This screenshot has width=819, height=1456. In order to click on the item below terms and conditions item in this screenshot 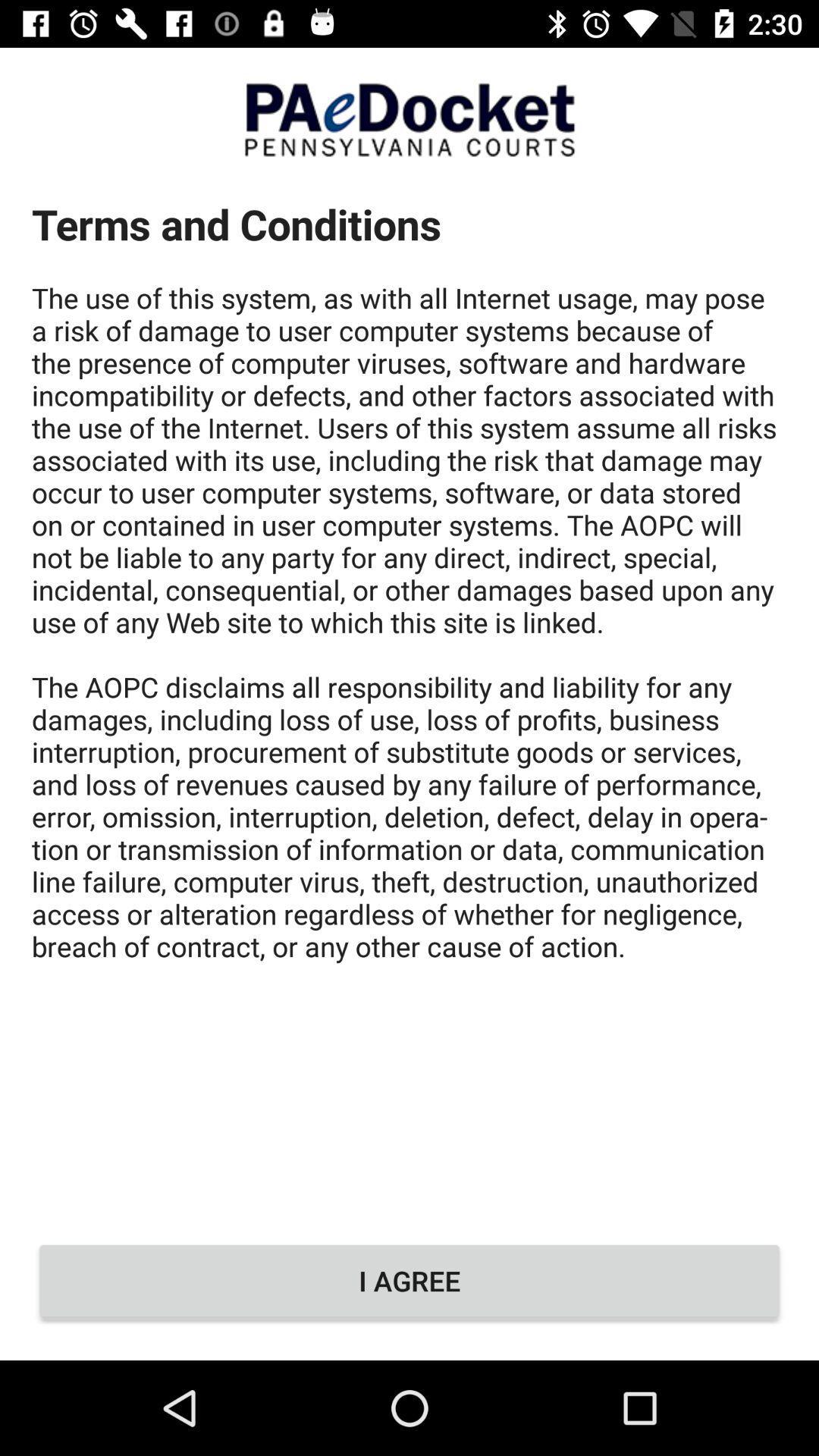, I will do `click(409, 1280)`.